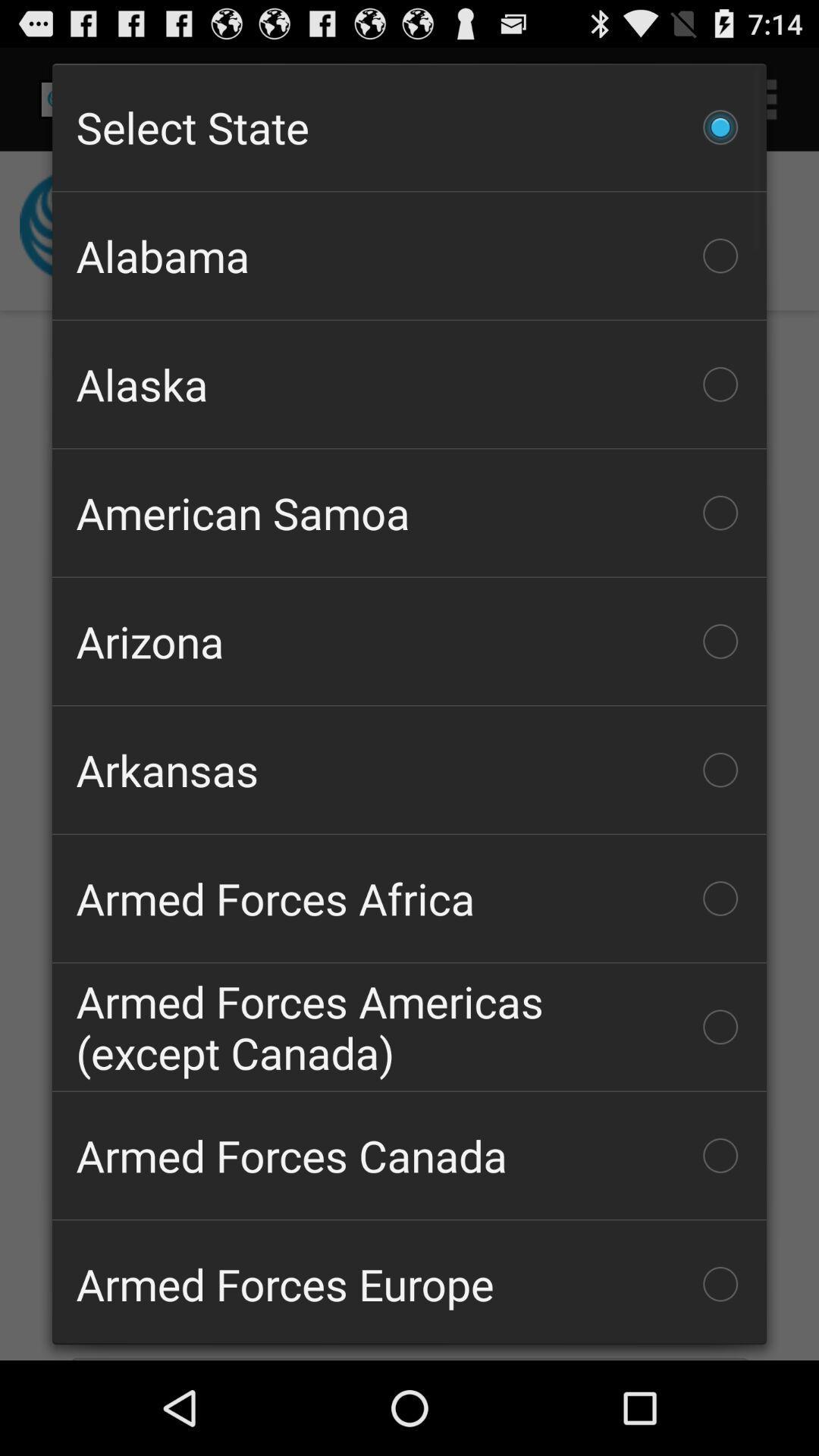  What do you see at coordinates (409, 127) in the screenshot?
I see `the select state checkbox` at bounding box center [409, 127].